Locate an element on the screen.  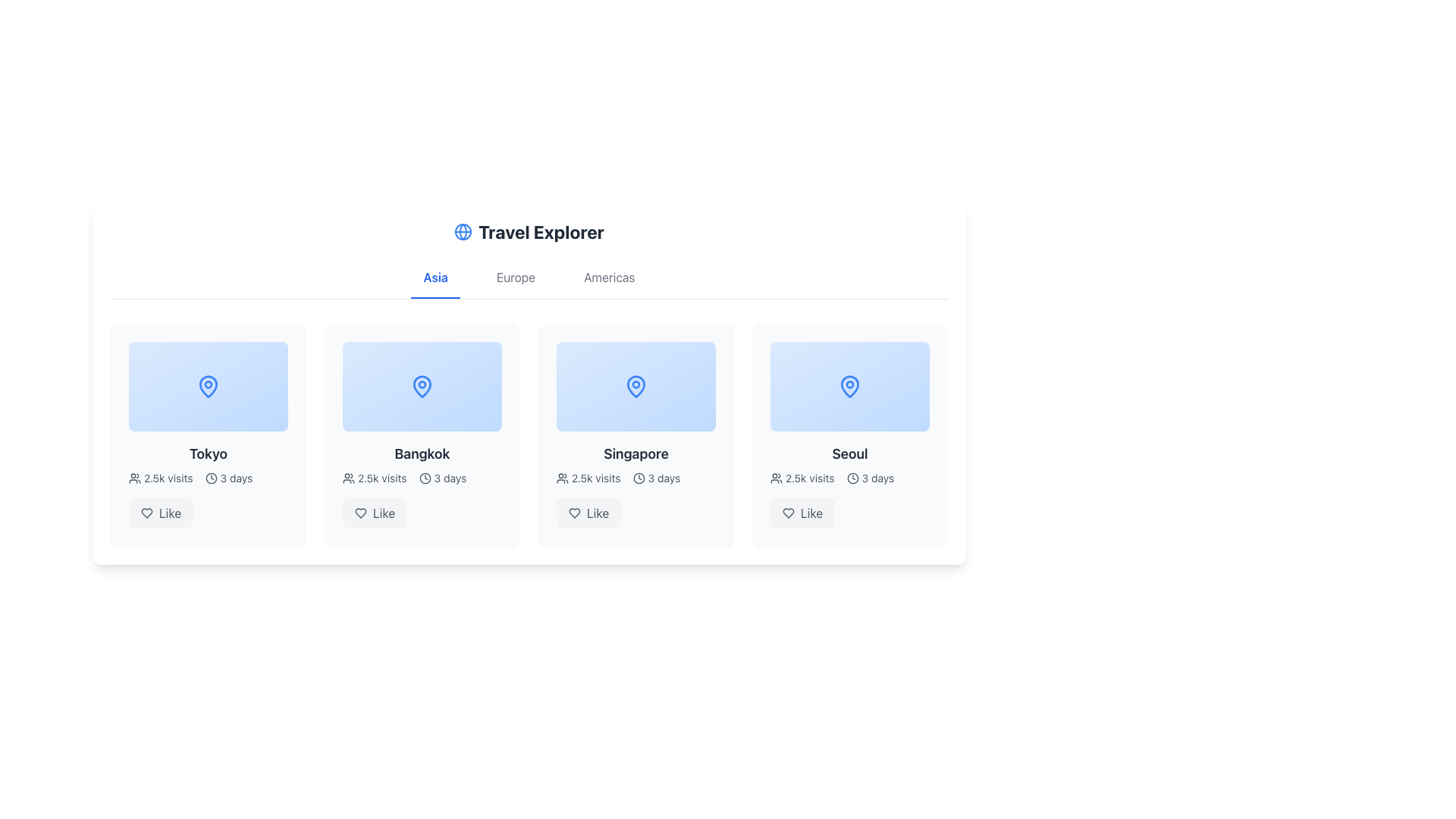
the text label displaying '2.5k visits' located under the city name 'Bangkok' in the middle card of a horizontal group of cards is located at coordinates (382, 479).